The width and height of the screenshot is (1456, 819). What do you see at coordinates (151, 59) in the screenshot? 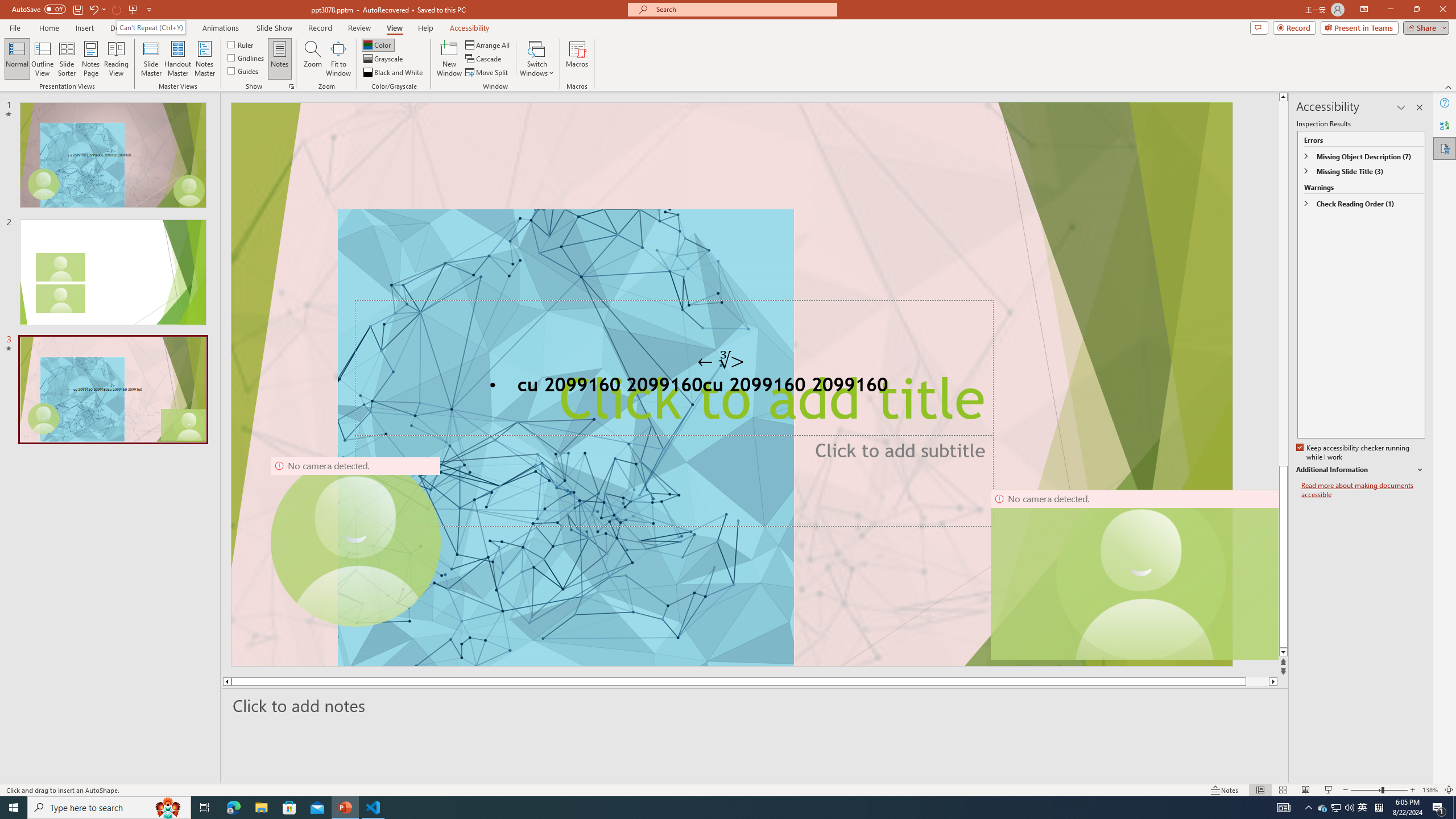
I see `'Slide Master'` at bounding box center [151, 59].